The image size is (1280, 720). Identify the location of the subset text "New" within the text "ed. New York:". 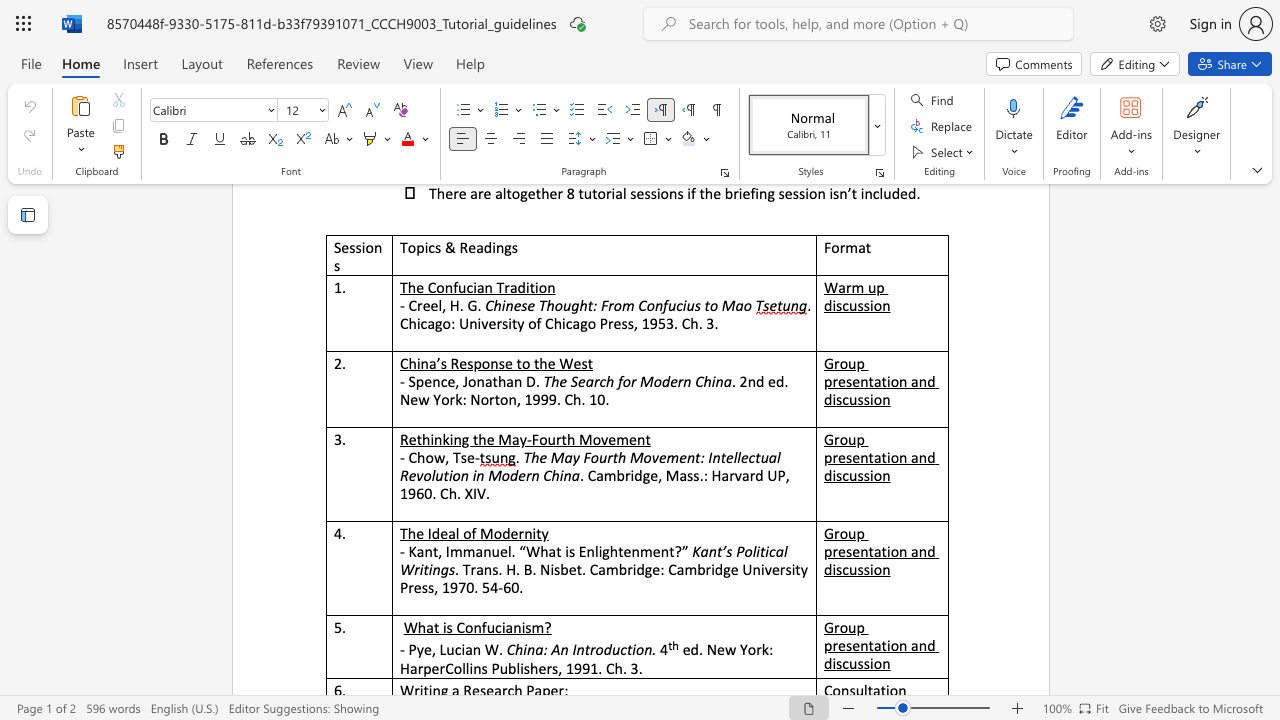
(706, 649).